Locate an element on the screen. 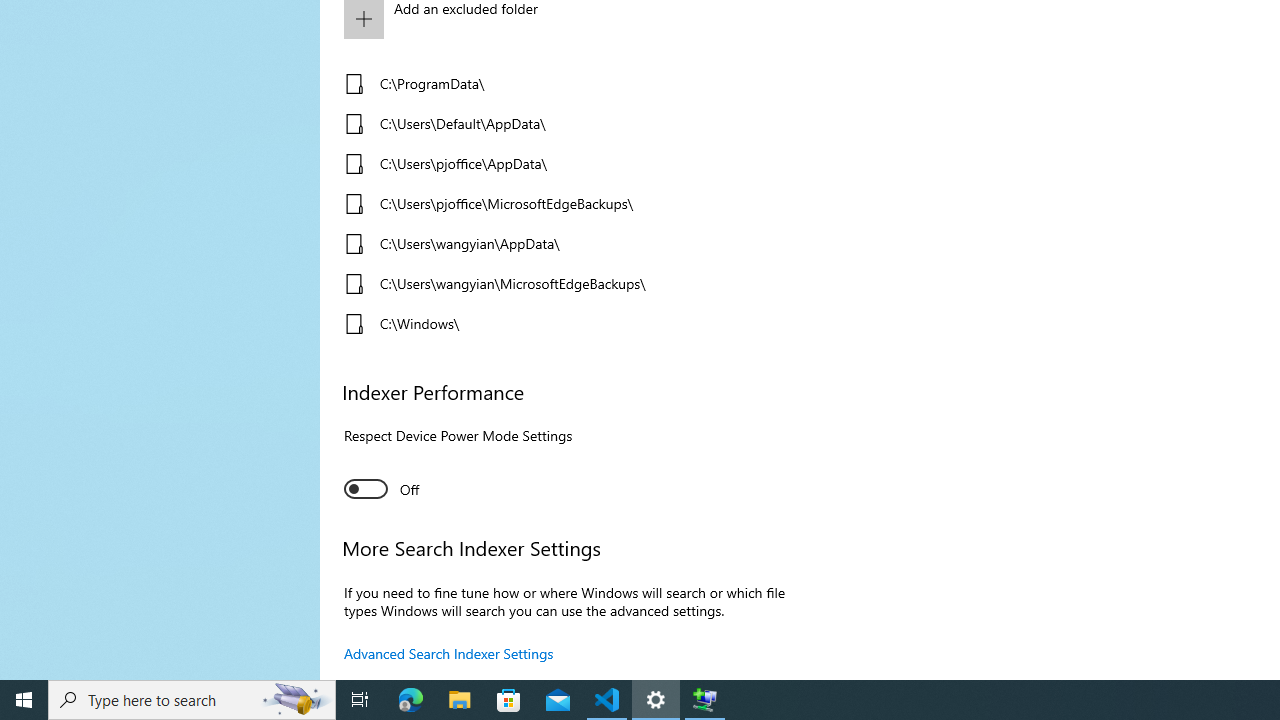  'Visual Studio Code - 1 running window' is located at coordinates (606, 698).